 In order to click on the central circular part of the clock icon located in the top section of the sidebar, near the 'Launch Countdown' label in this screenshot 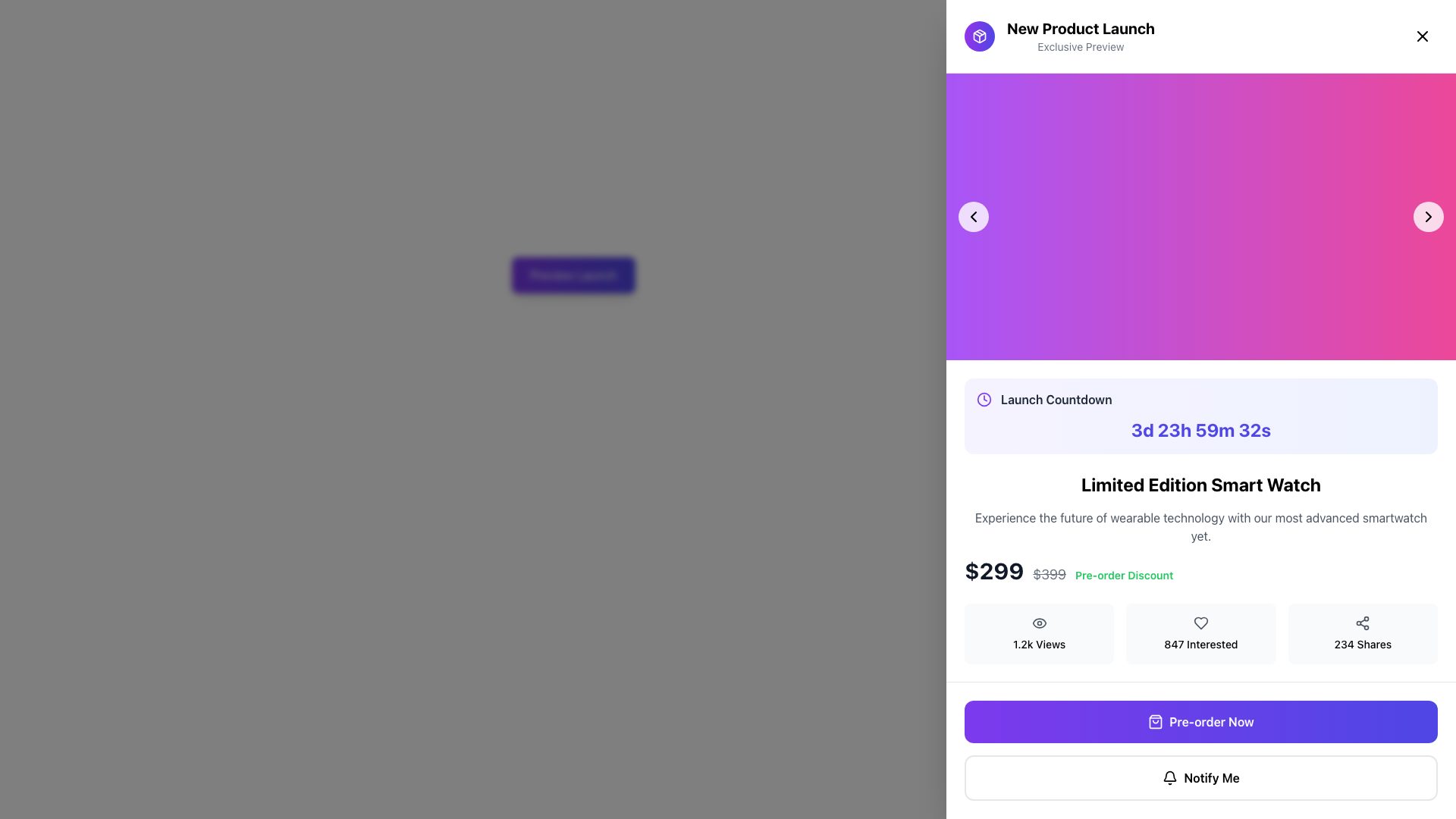, I will do `click(984, 399)`.